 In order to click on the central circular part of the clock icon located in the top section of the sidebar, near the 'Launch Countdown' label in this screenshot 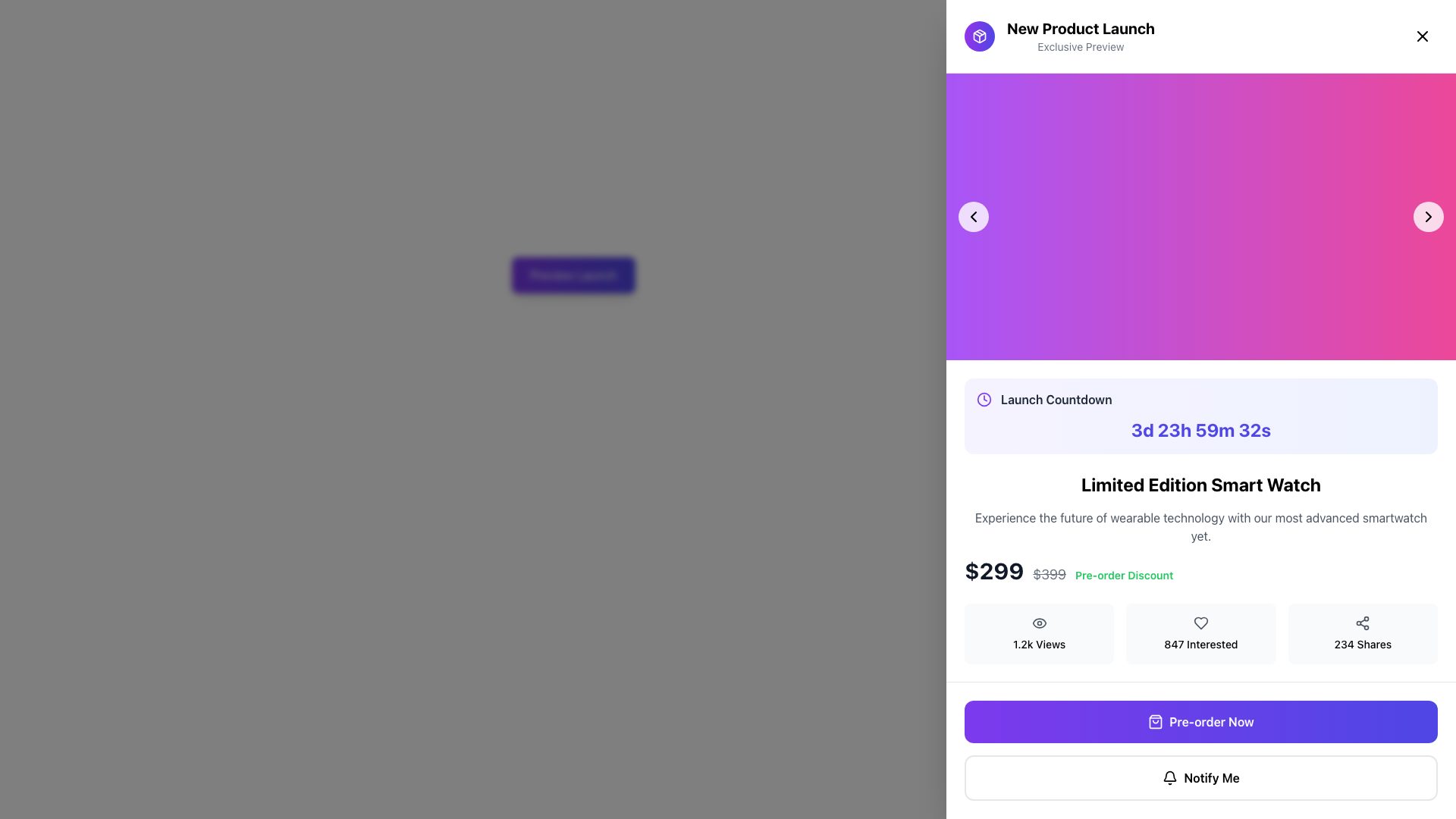, I will do `click(984, 399)`.